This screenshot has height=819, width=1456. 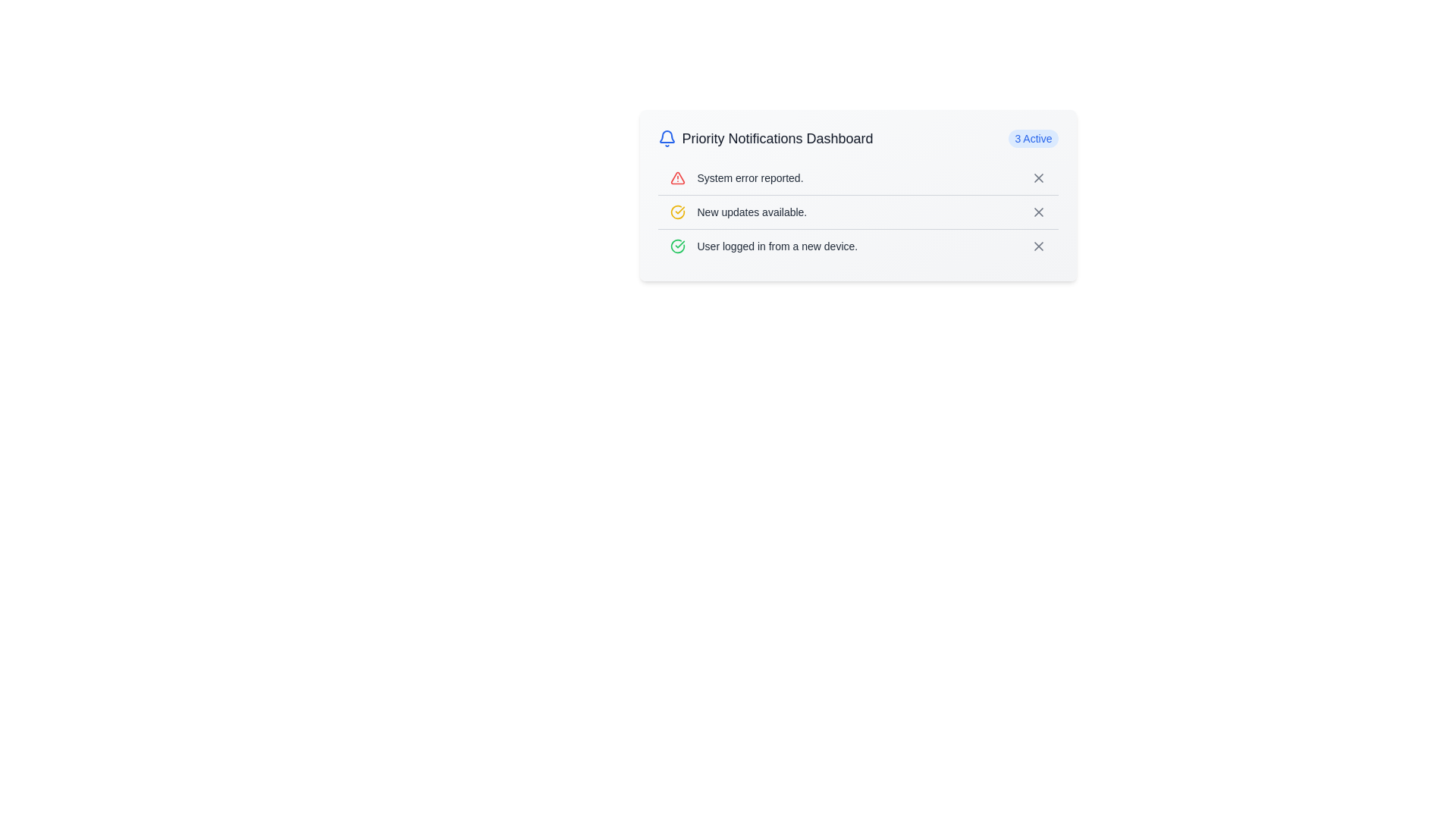 I want to click on the green check-mark icon within a circular outline, which indicates a positive notification for 'User logged in from a new device.', so click(x=676, y=245).